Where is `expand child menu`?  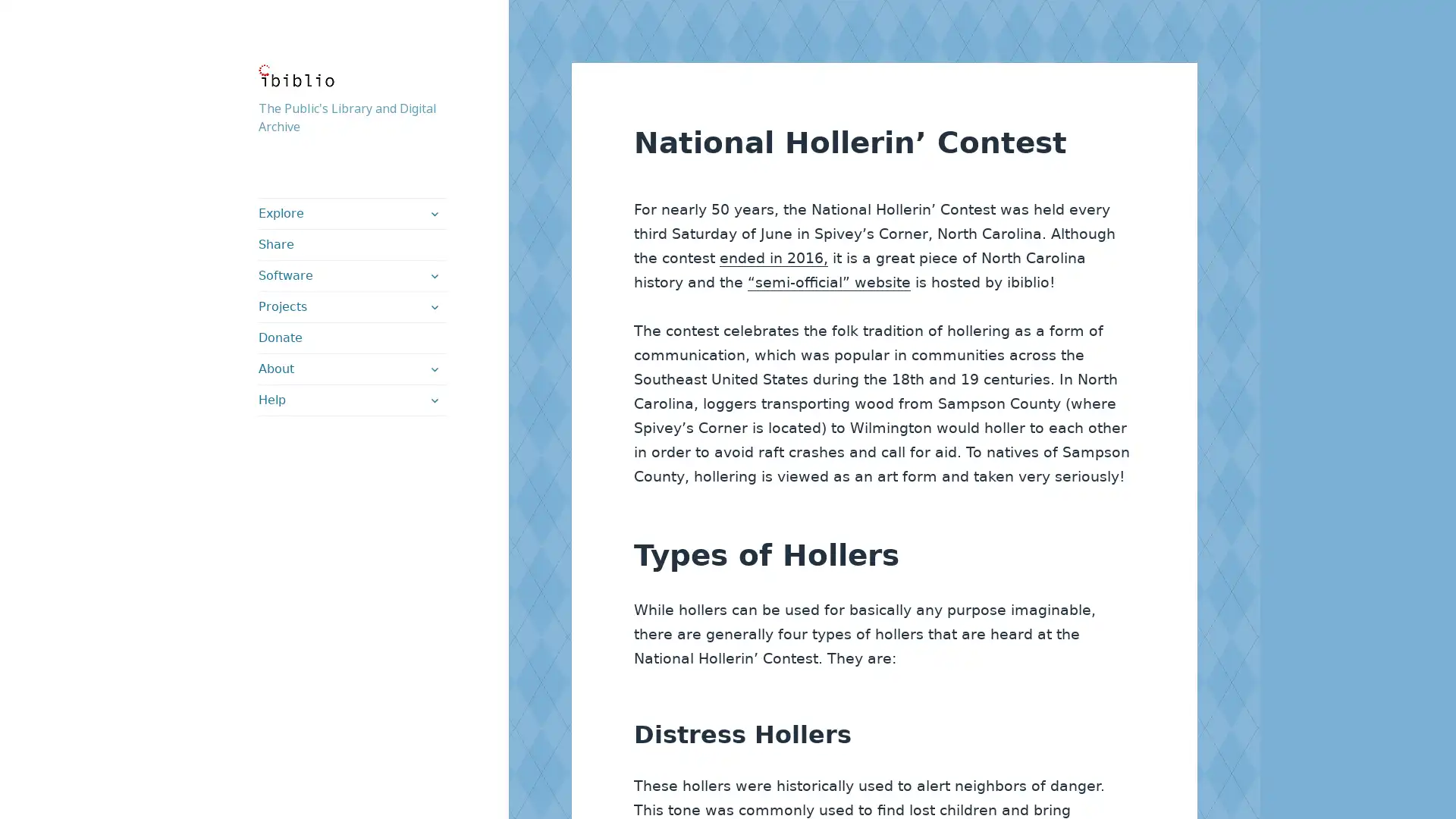
expand child menu is located at coordinates (432, 213).